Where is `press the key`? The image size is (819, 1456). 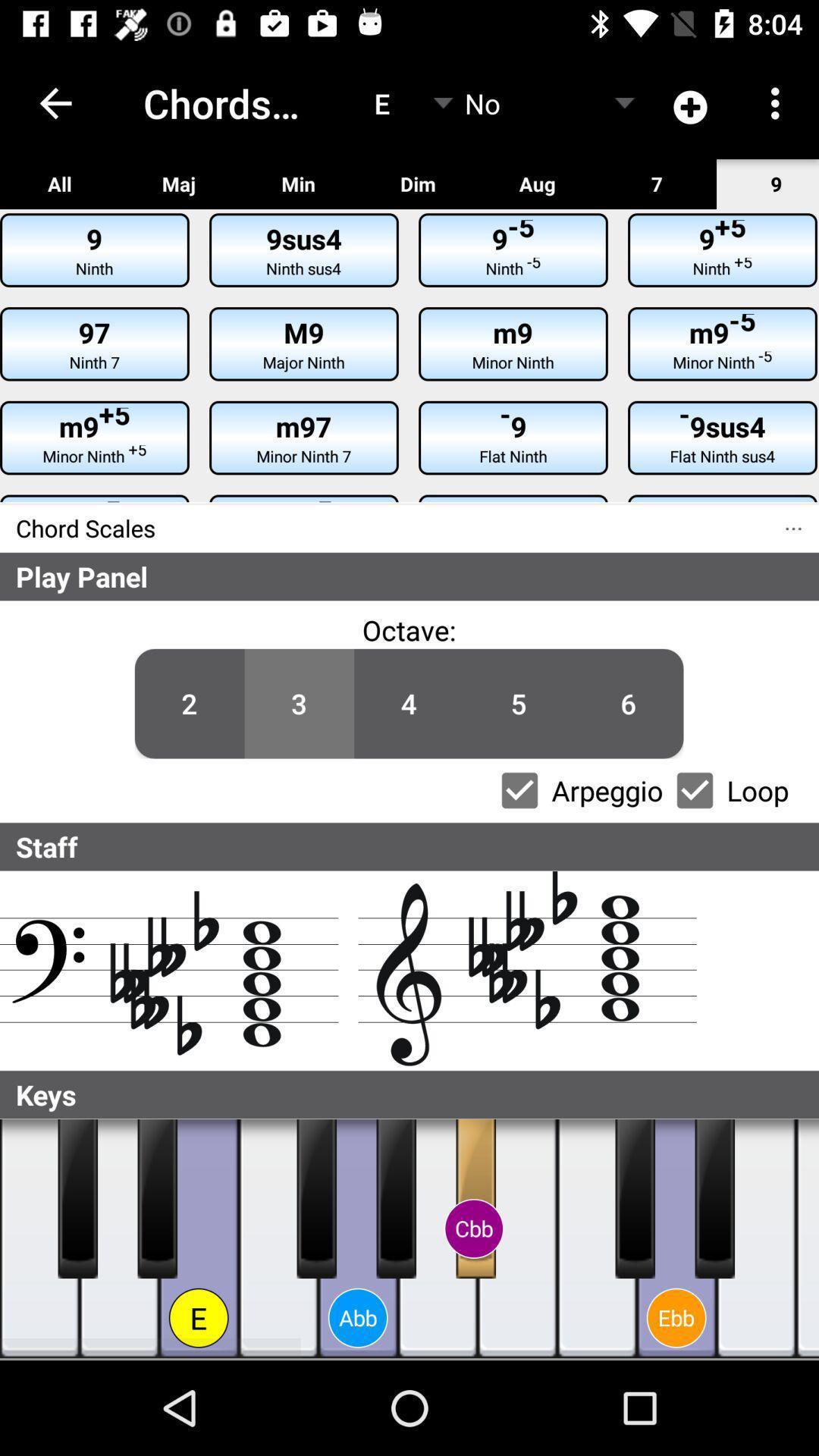 press the key is located at coordinates (395, 1197).